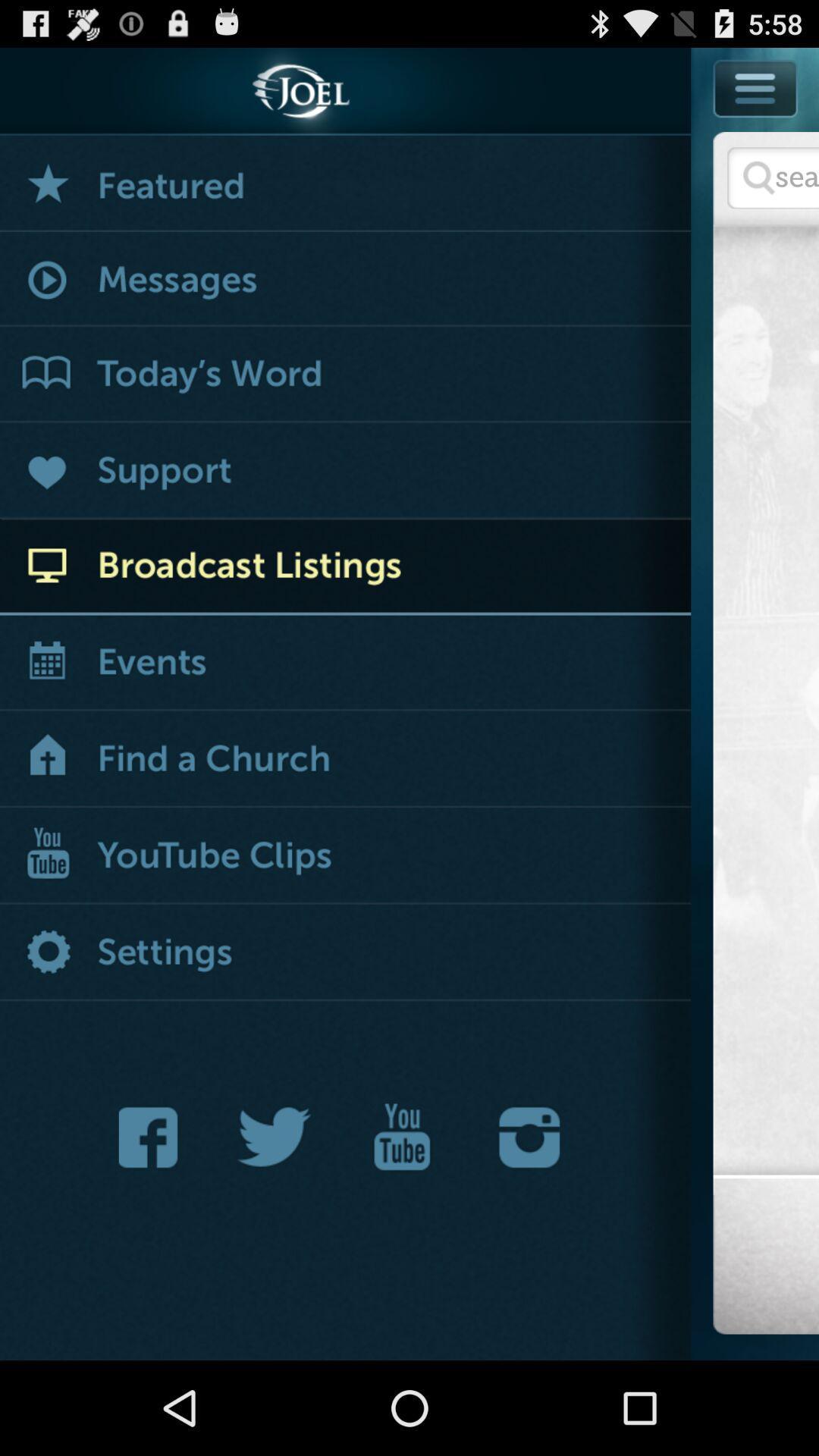 The image size is (819, 1456). I want to click on facebook, so click(152, 1137).